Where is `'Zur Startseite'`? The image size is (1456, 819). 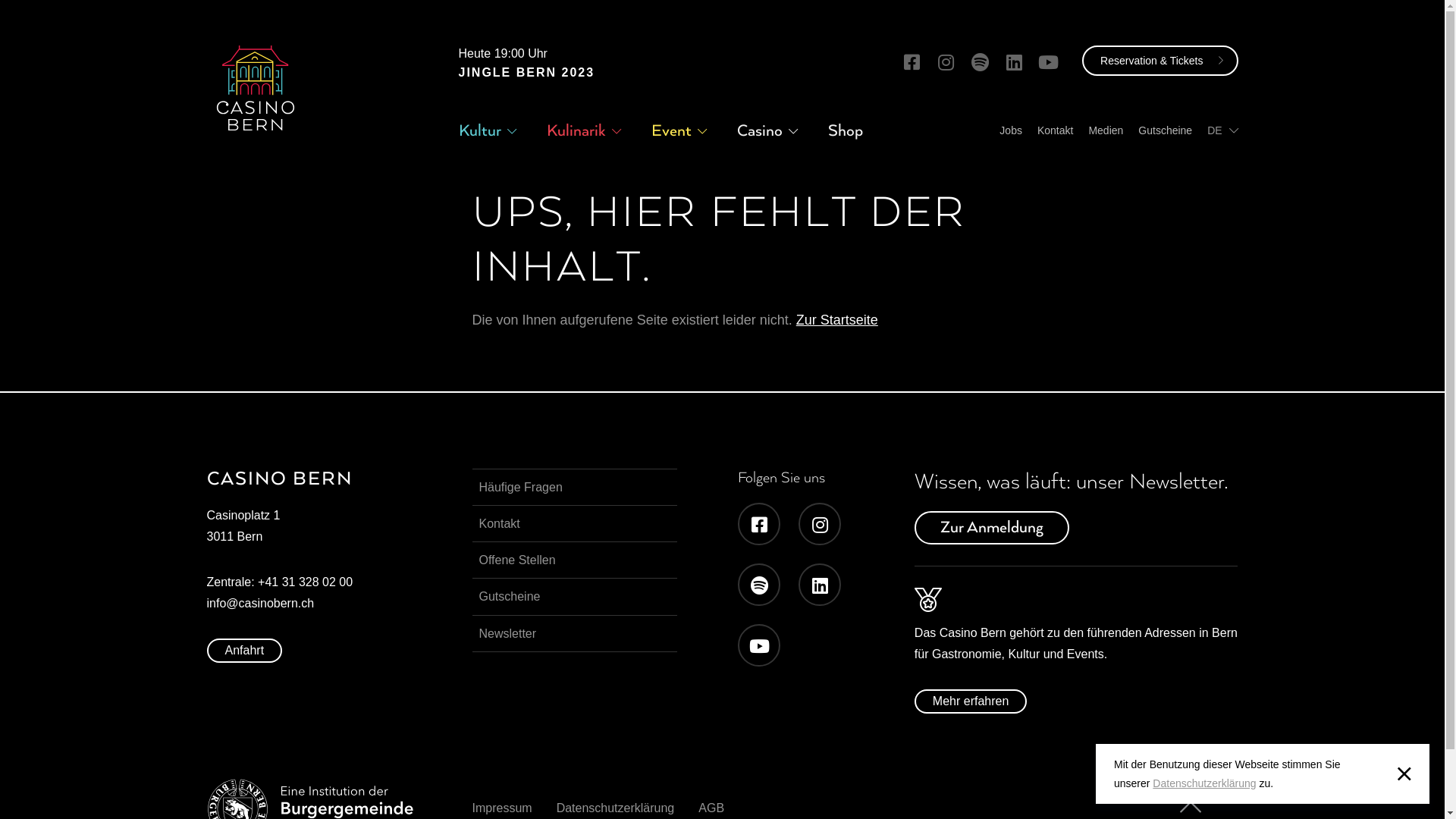
'Zur Startseite' is located at coordinates (836, 318).